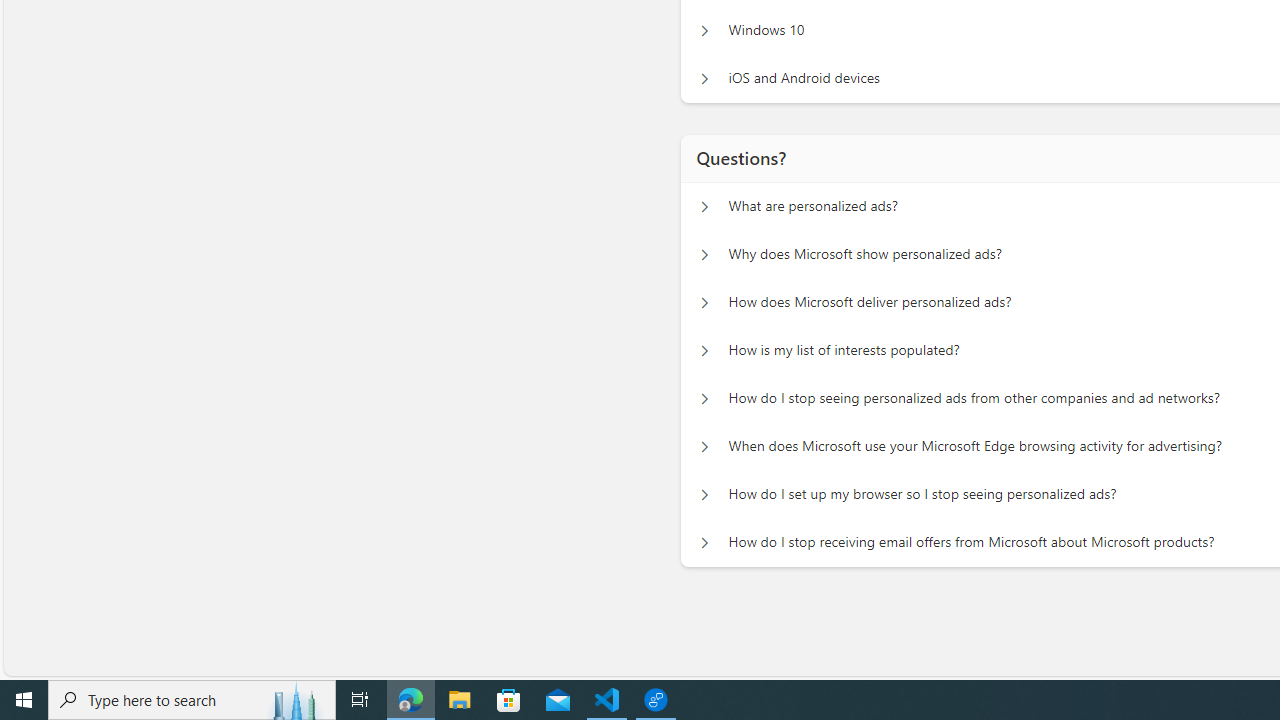 The image size is (1280, 720). Describe the element at coordinates (704, 303) in the screenshot. I see `'Questions? How does Microsoft deliver personalized ads?'` at that location.